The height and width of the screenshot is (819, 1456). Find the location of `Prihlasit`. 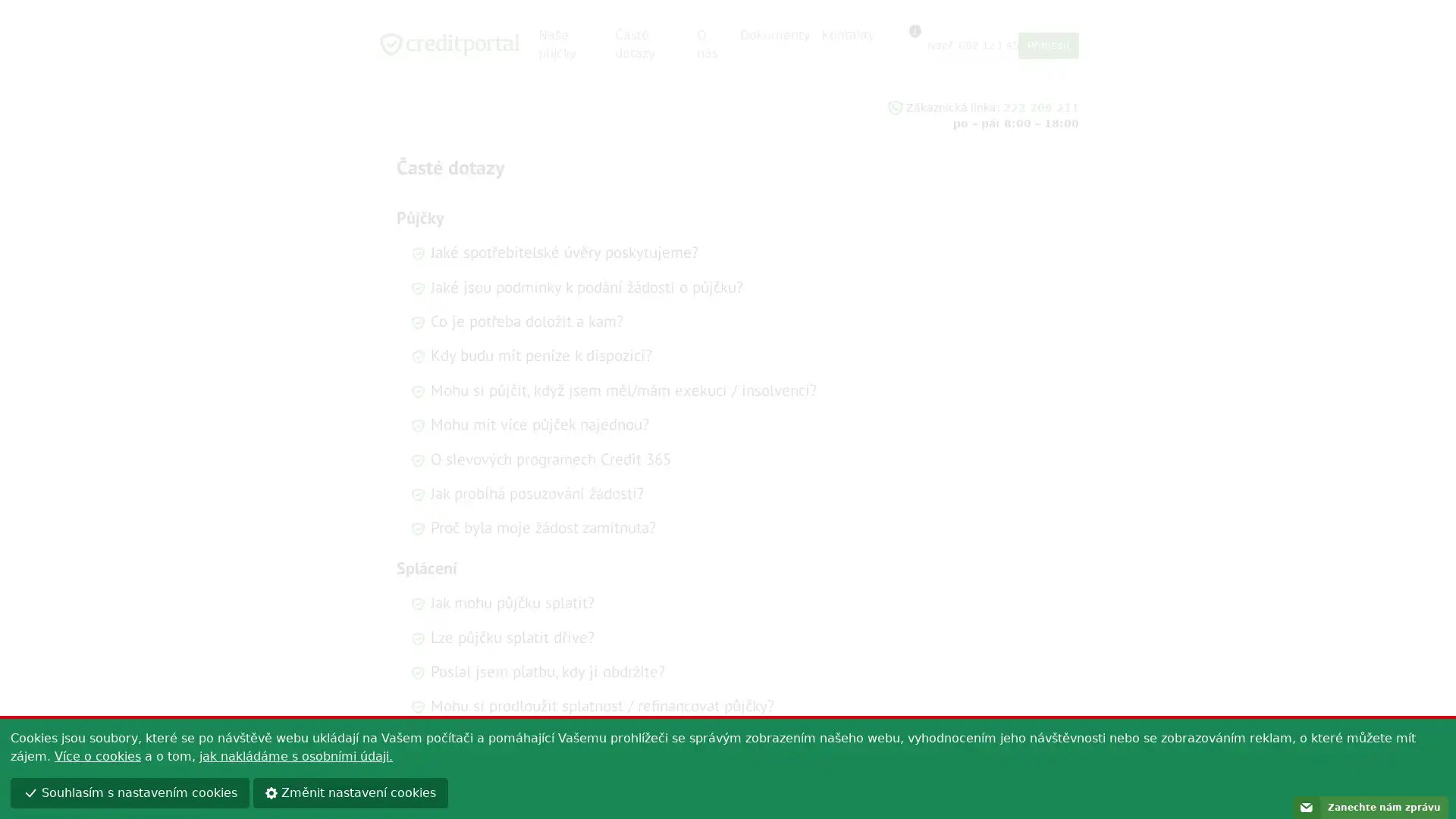

Prihlasit is located at coordinates (1047, 45).